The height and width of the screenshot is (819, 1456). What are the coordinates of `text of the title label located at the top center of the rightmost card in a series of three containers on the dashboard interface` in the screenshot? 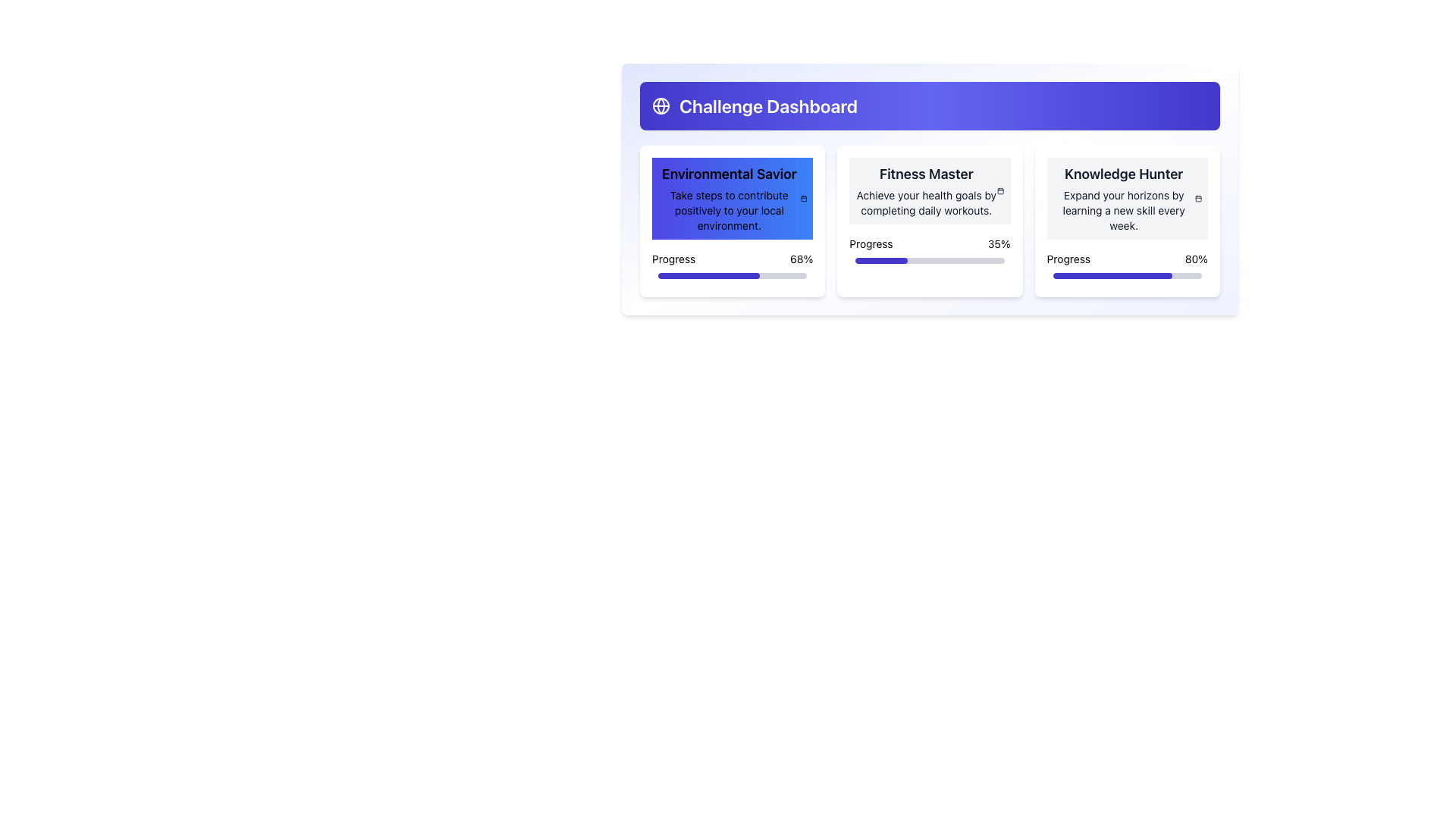 It's located at (1124, 174).